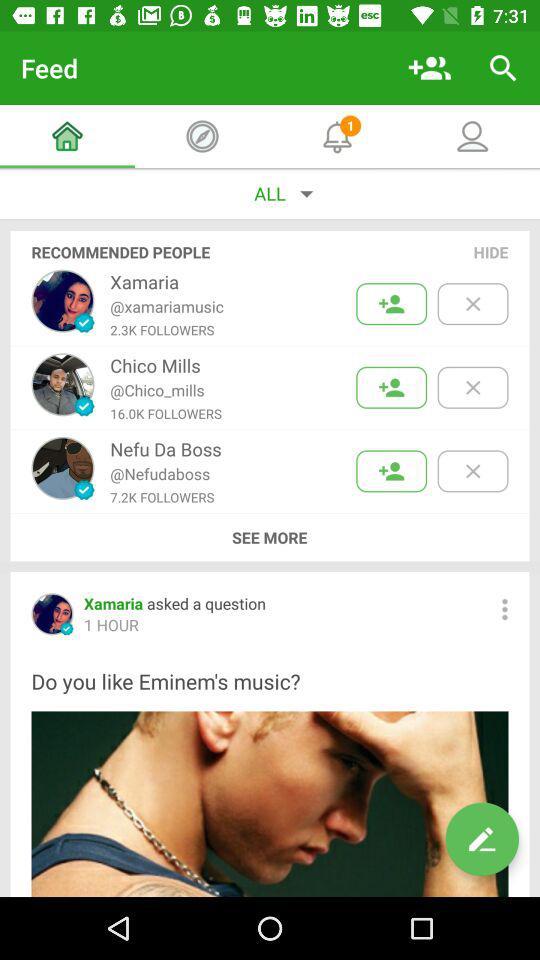  What do you see at coordinates (472, 304) in the screenshot?
I see `hide this person` at bounding box center [472, 304].